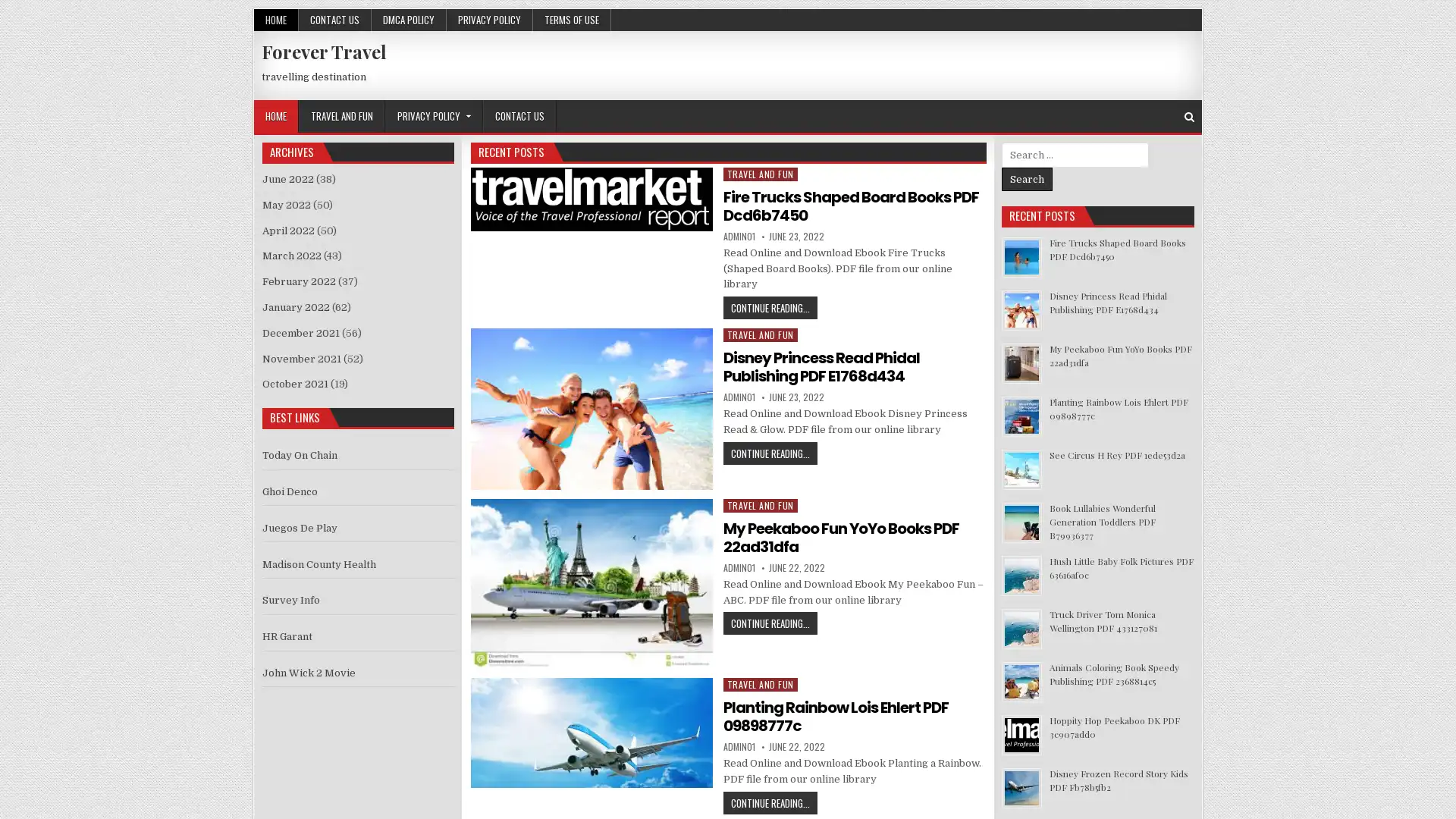 The width and height of the screenshot is (1456, 819). I want to click on Search, so click(1027, 178).